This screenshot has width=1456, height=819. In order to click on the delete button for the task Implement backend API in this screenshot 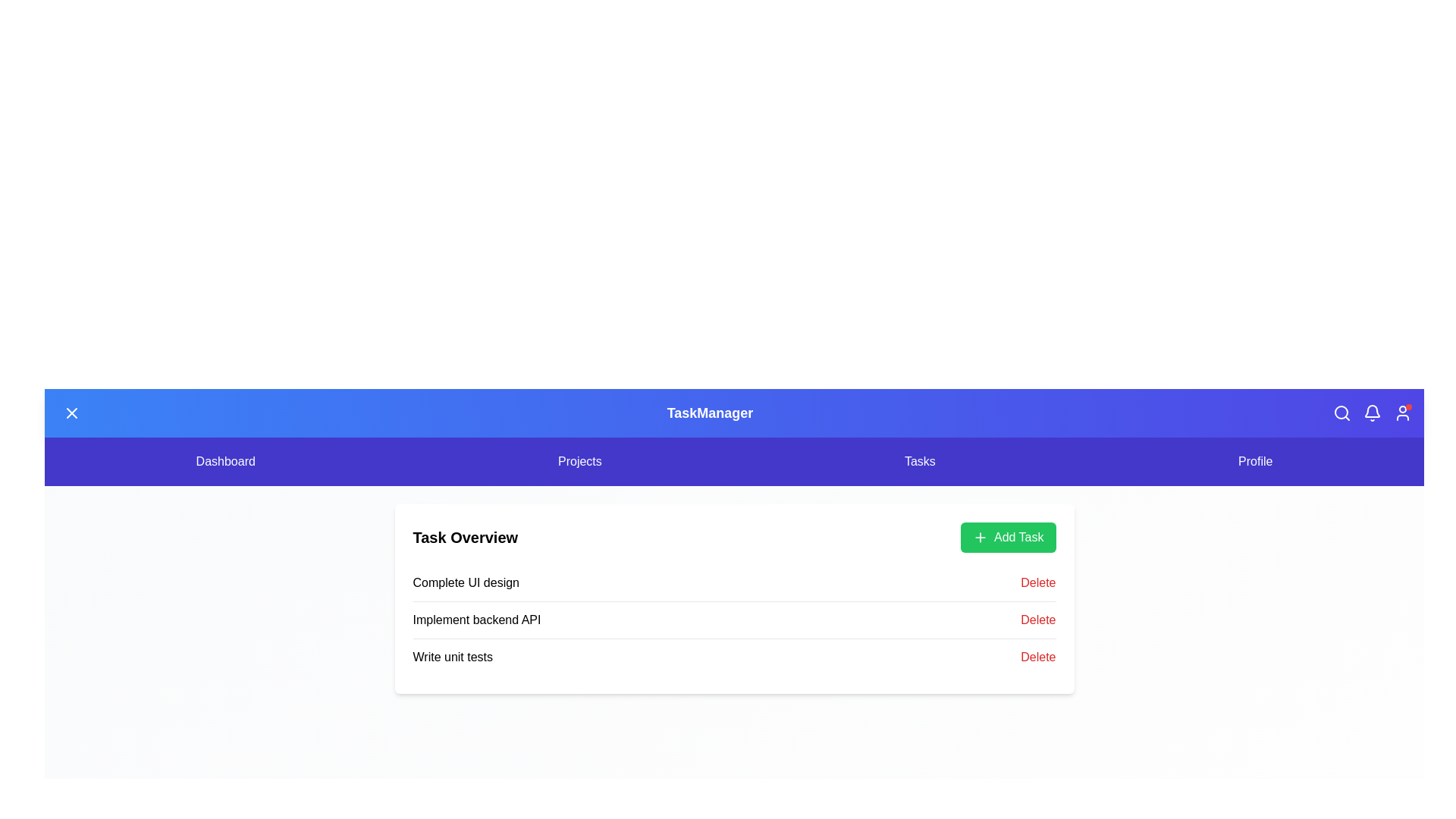, I will do `click(1037, 620)`.